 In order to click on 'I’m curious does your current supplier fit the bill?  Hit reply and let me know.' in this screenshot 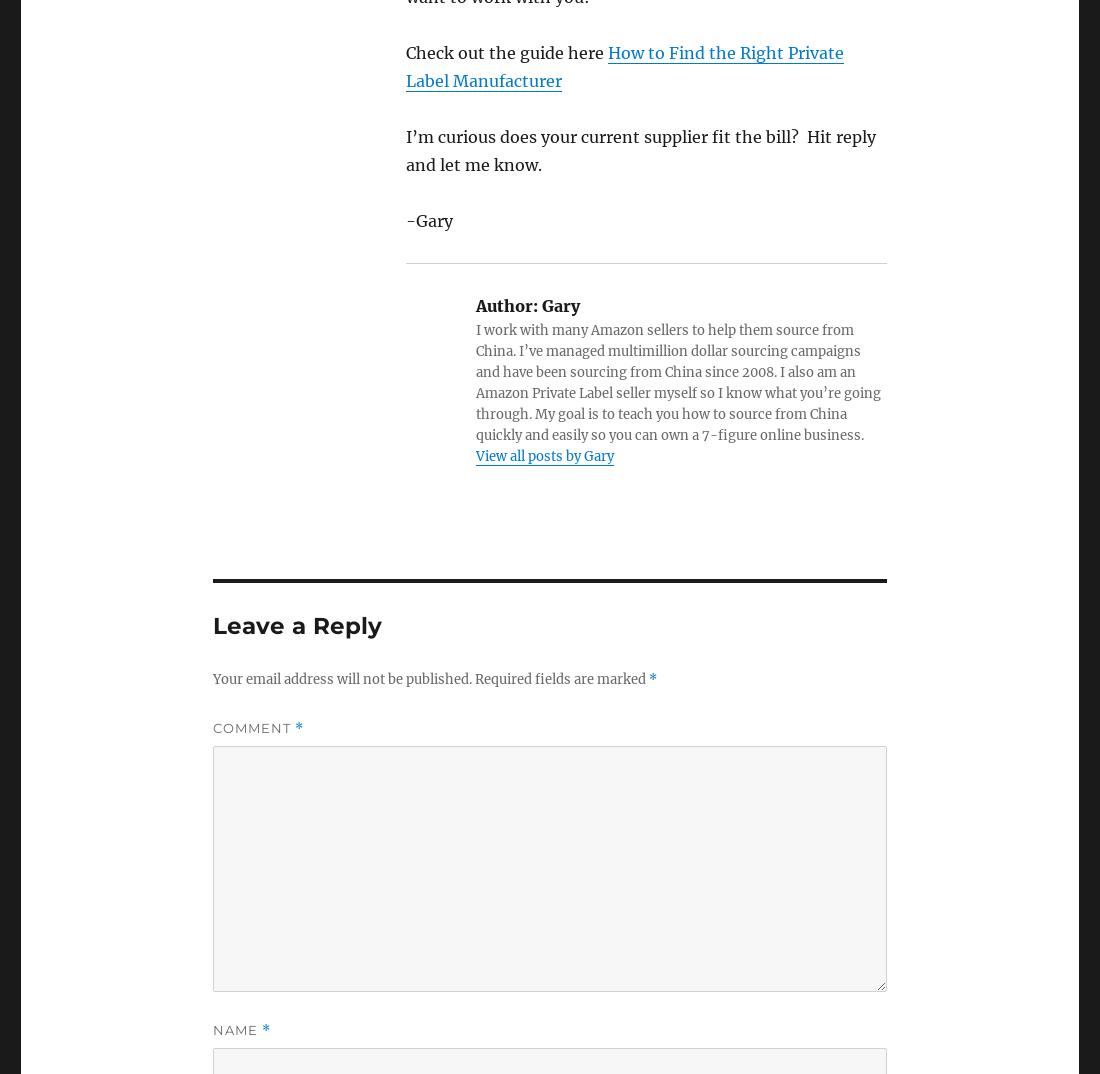, I will do `click(639, 149)`.